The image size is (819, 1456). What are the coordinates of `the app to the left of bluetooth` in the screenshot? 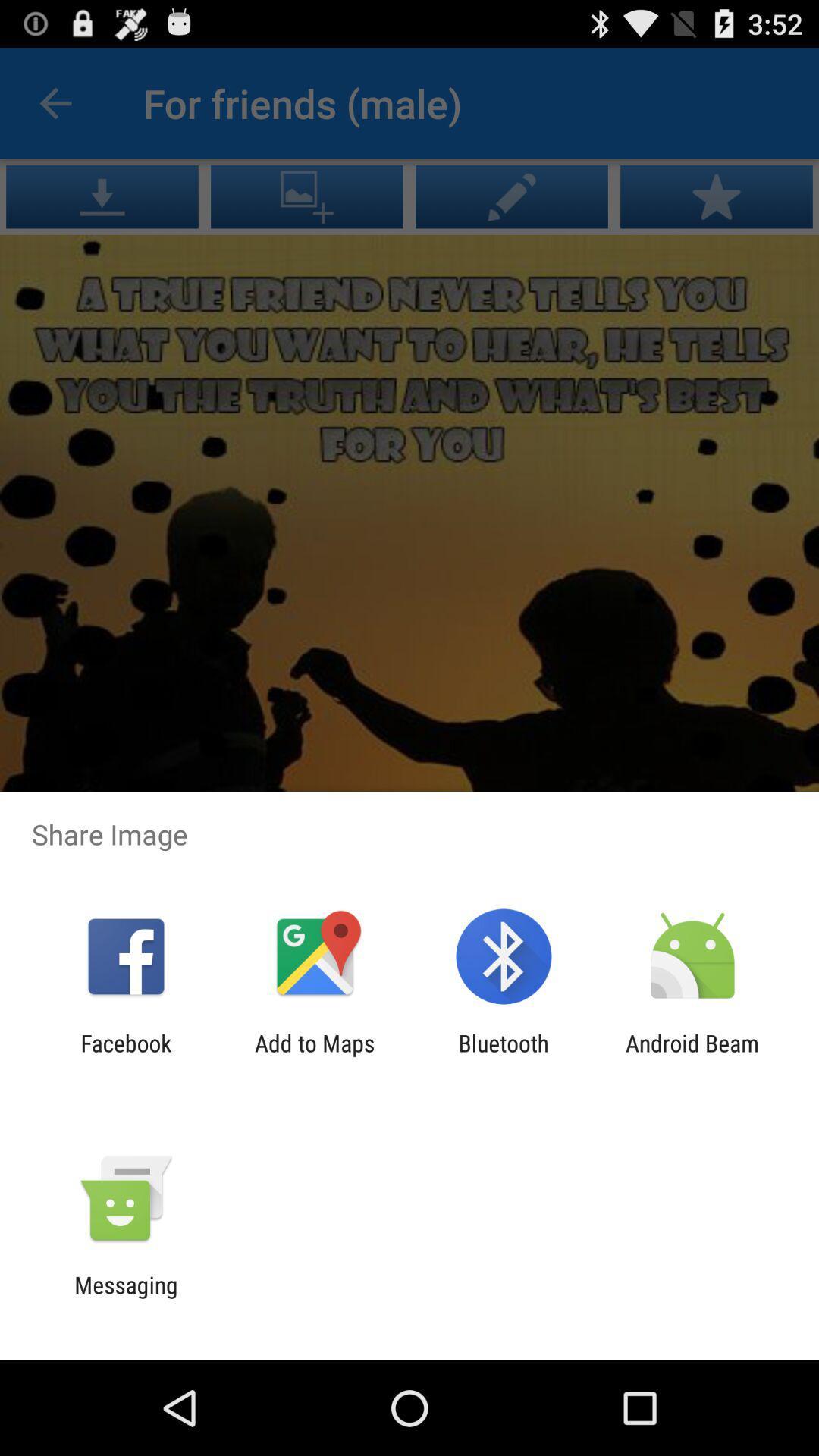 It's located at (314, 1056).